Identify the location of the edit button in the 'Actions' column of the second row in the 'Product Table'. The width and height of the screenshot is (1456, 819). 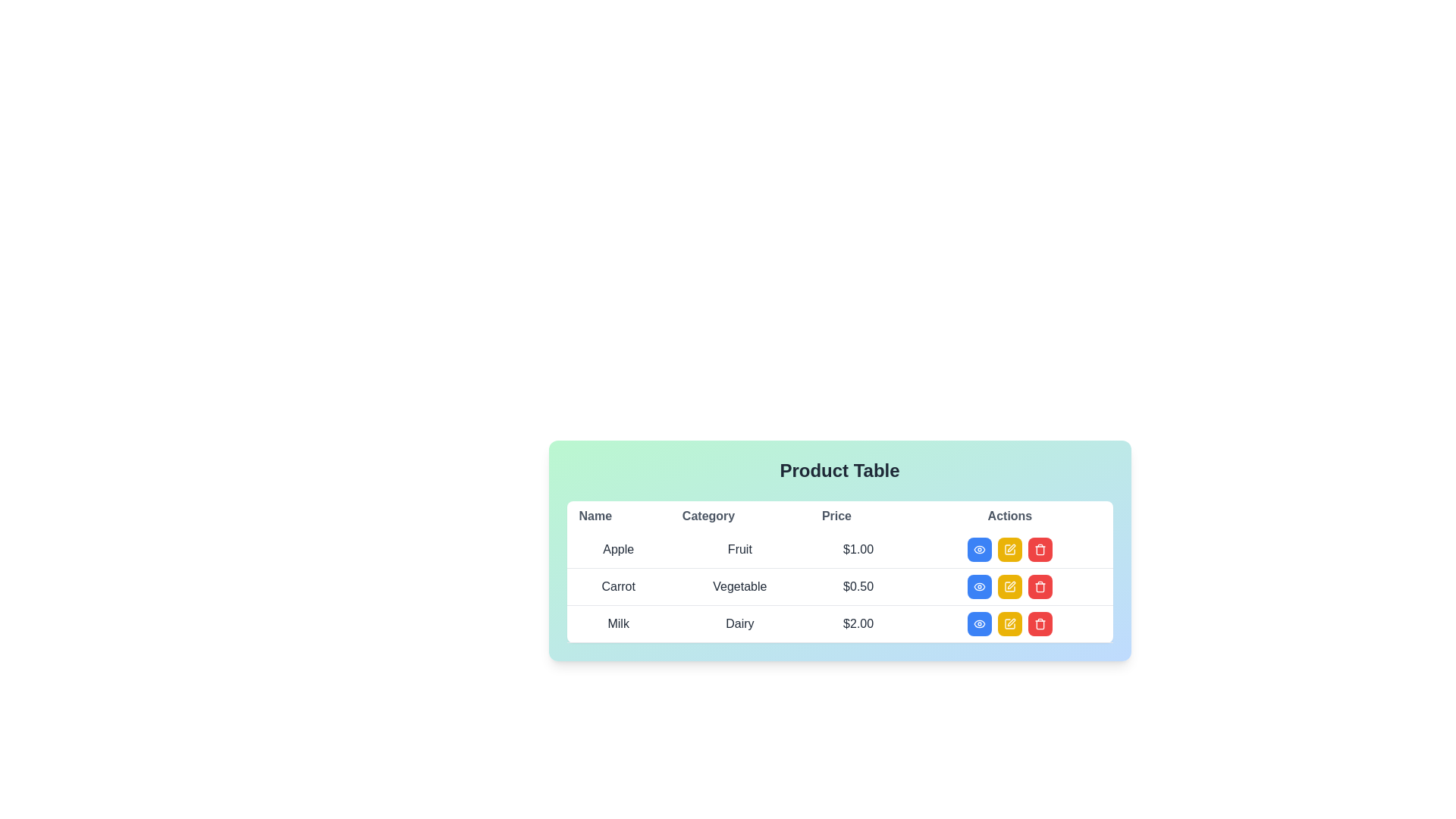
(1009, 586).